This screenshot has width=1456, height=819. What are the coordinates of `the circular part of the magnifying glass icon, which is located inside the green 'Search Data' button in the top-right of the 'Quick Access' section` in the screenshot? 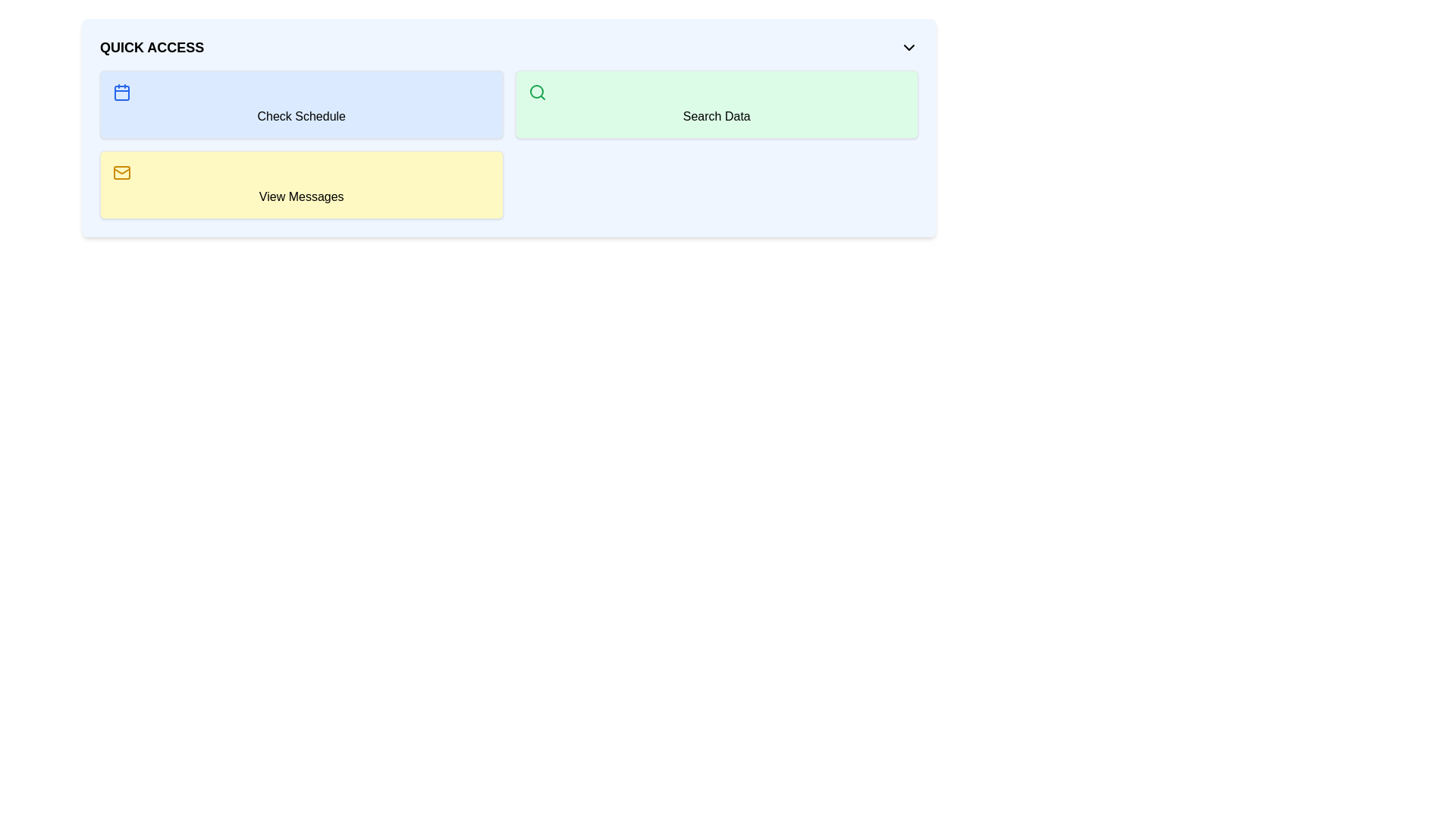 It's located at (536, 91).